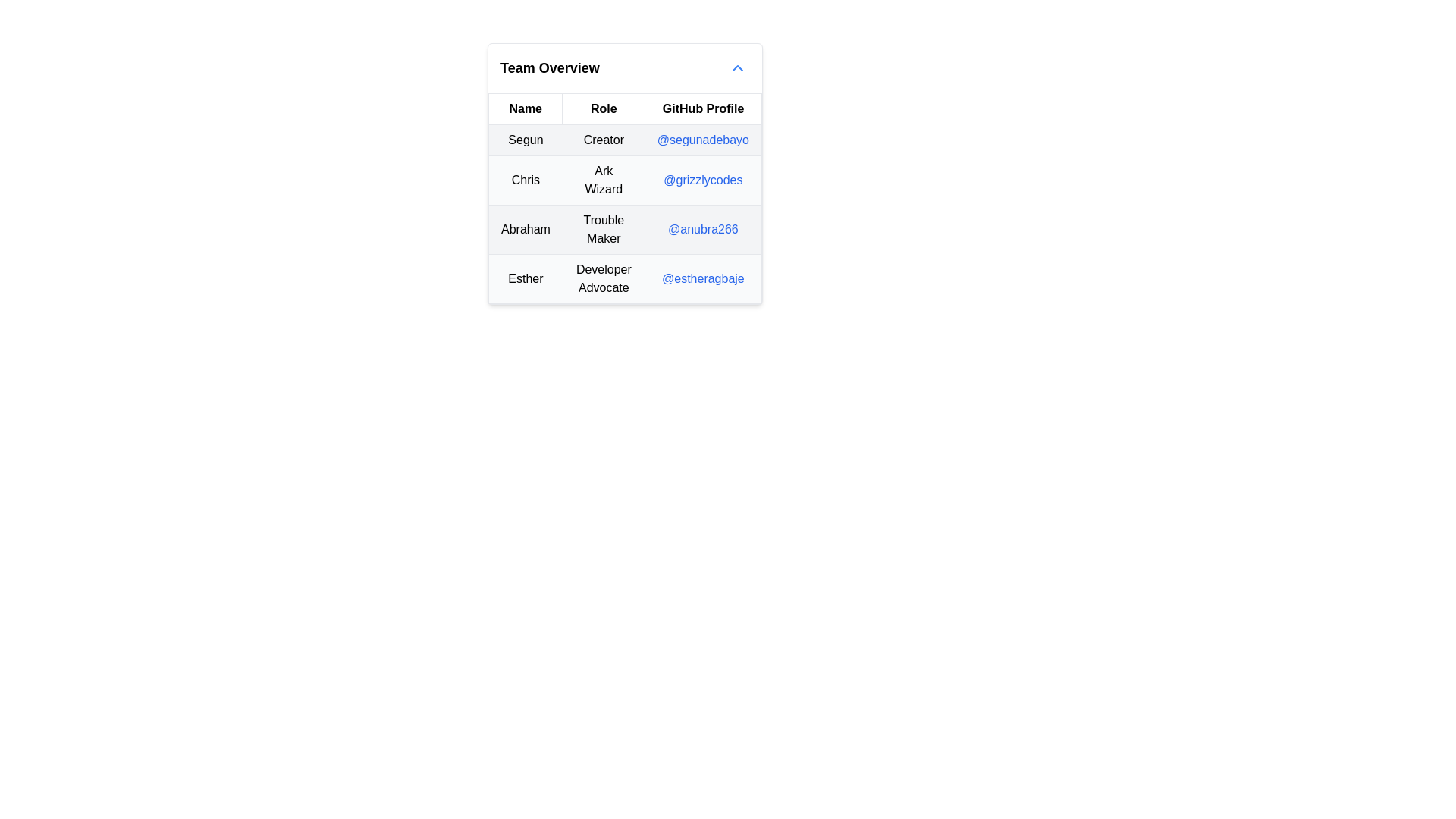  What do you see at coordinates (526, 108) in the screenshot?
I see `the first header cell in the 'Team Overview' table to access the associated column data` at bounding box center [526, 108].